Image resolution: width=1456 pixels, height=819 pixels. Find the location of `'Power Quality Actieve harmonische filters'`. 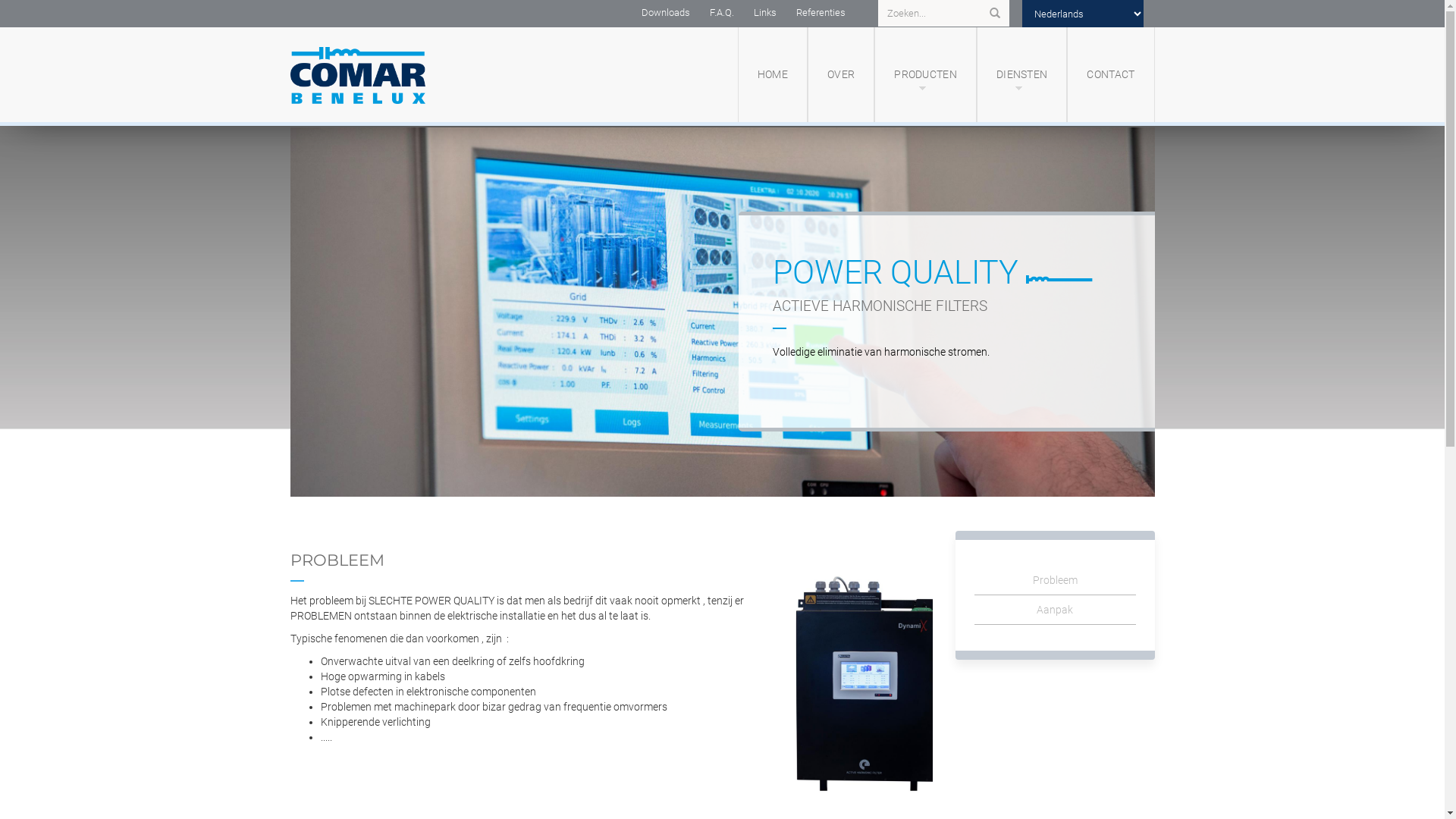

'Power Quality Actieve harmonische filters' is located at coordinates (720, 311).